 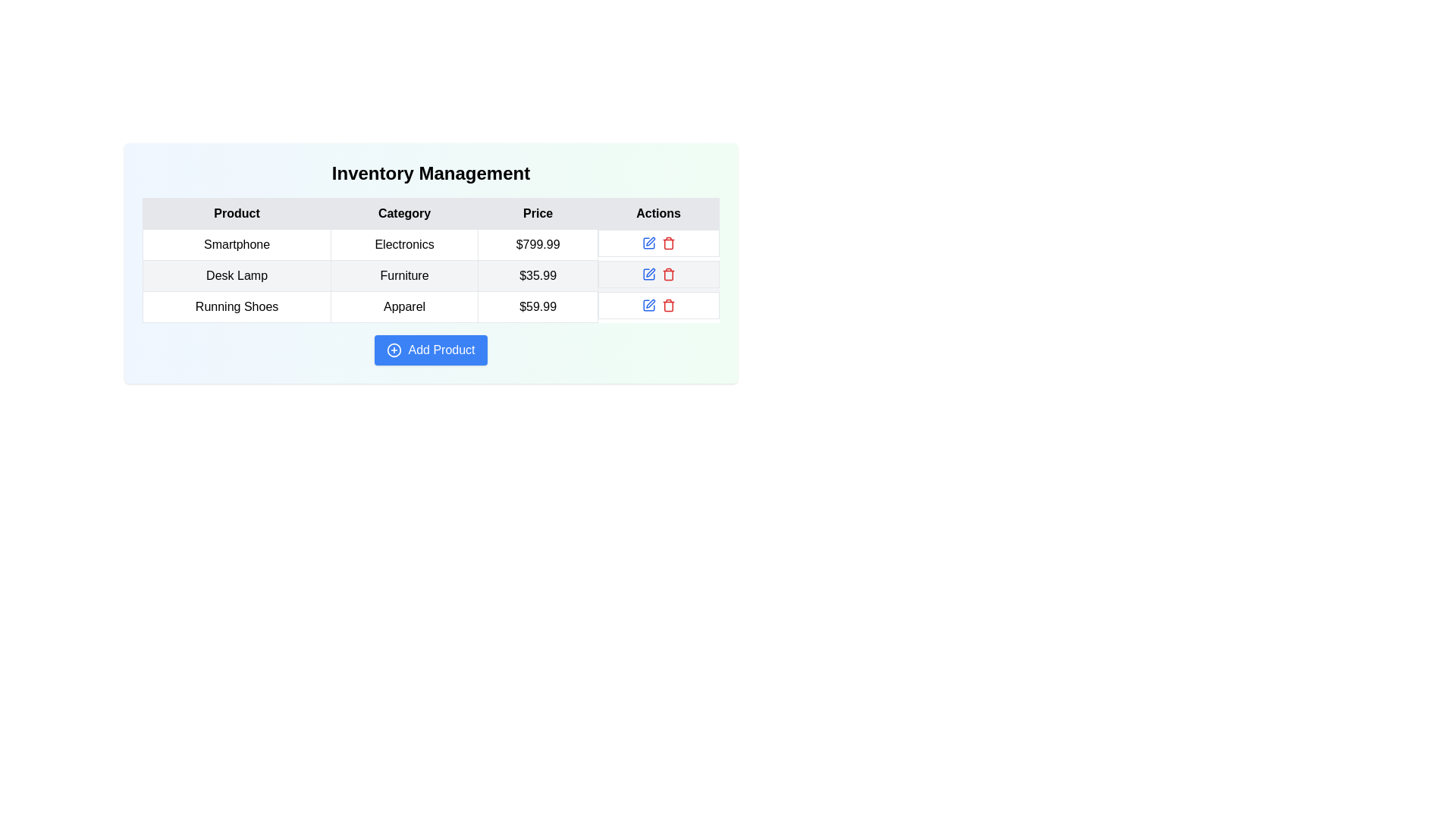 I want to click on the interactive button with an icon in the 'Actions' column of the second row, so click(x=648, y=274).